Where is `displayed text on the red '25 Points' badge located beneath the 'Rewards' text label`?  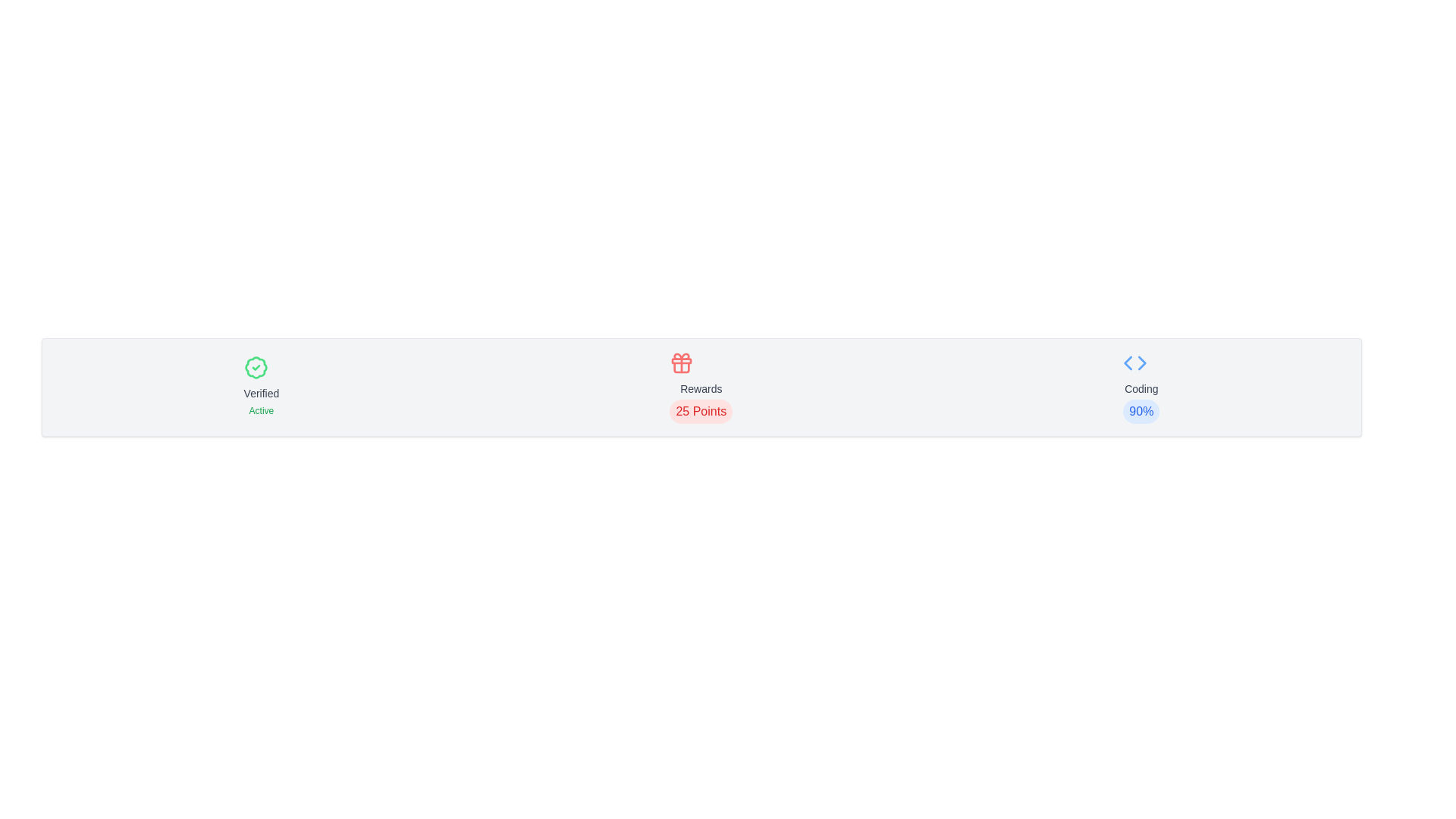 displayed text on the red '25 Points' badge located beneath the 'Rewards' text label is located at coordinates (700, 412).